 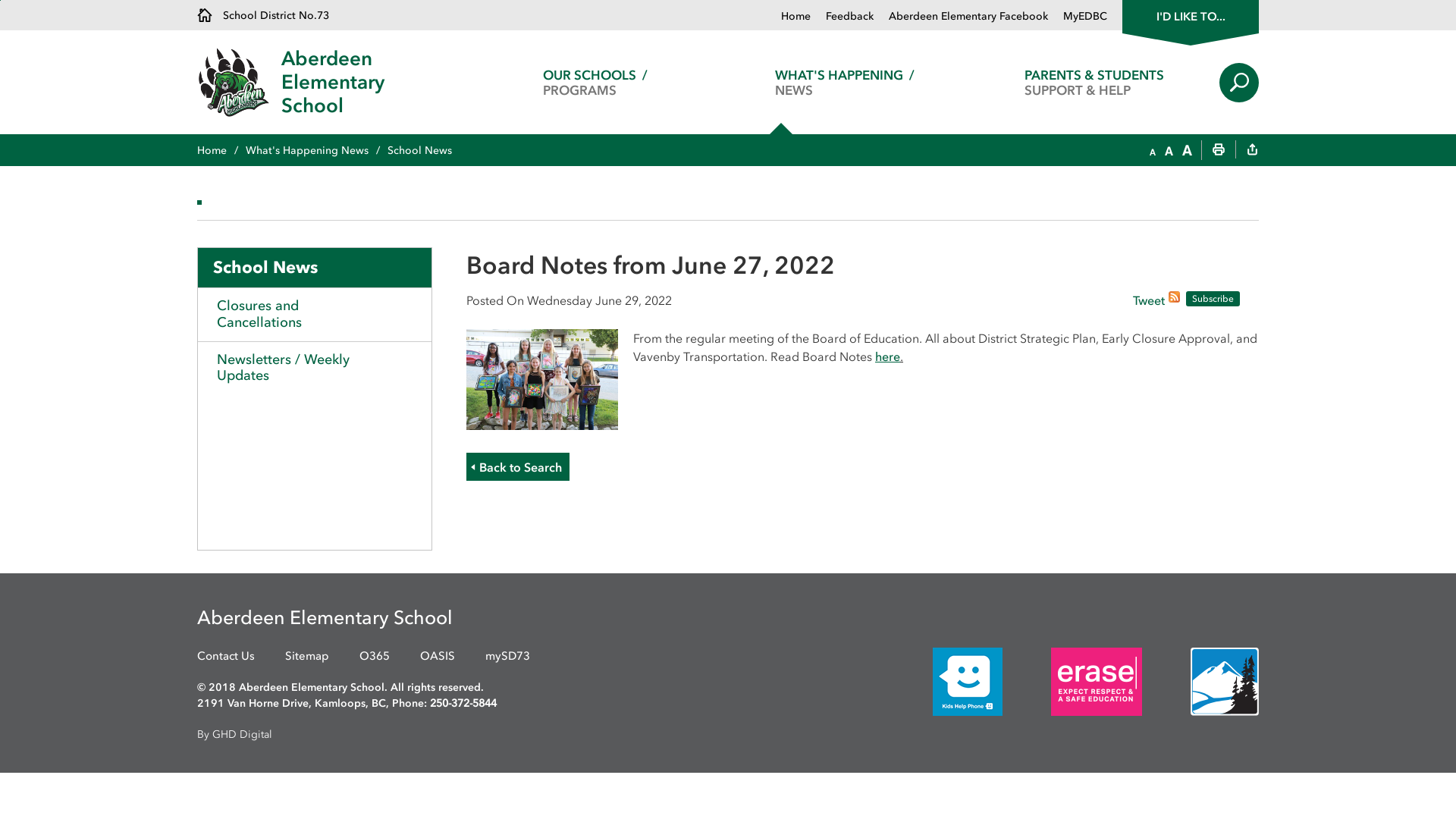 I want to click on 'Feedback', so click(x=841, y=16).